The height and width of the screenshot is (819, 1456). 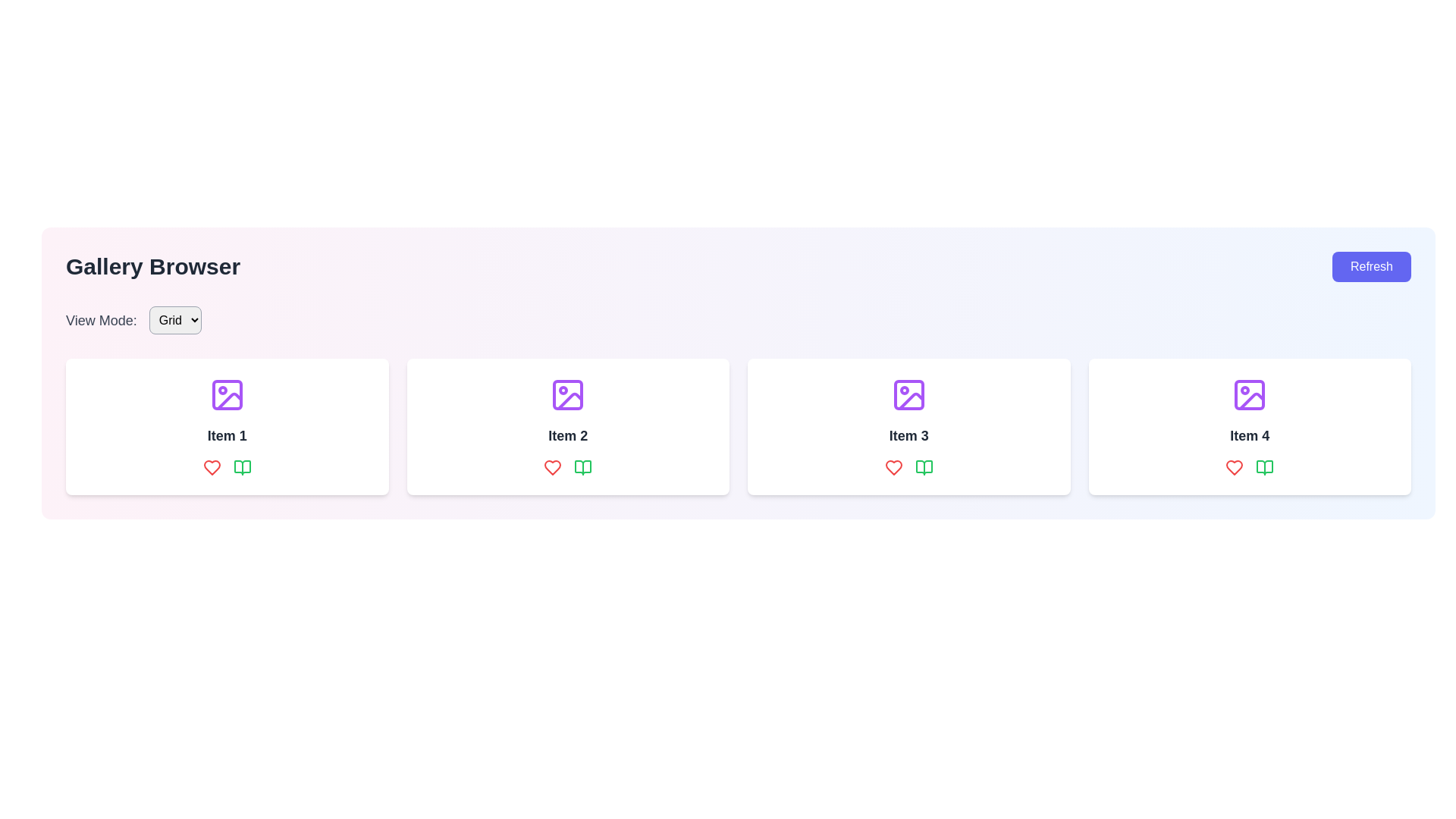 I want to click on the static text label reading 'View Mode:' which is styled with a larger font size and medium font weight, located near the top-left of the interface beside the dropdown menu for selecting view options, so click(x=100, y=319).